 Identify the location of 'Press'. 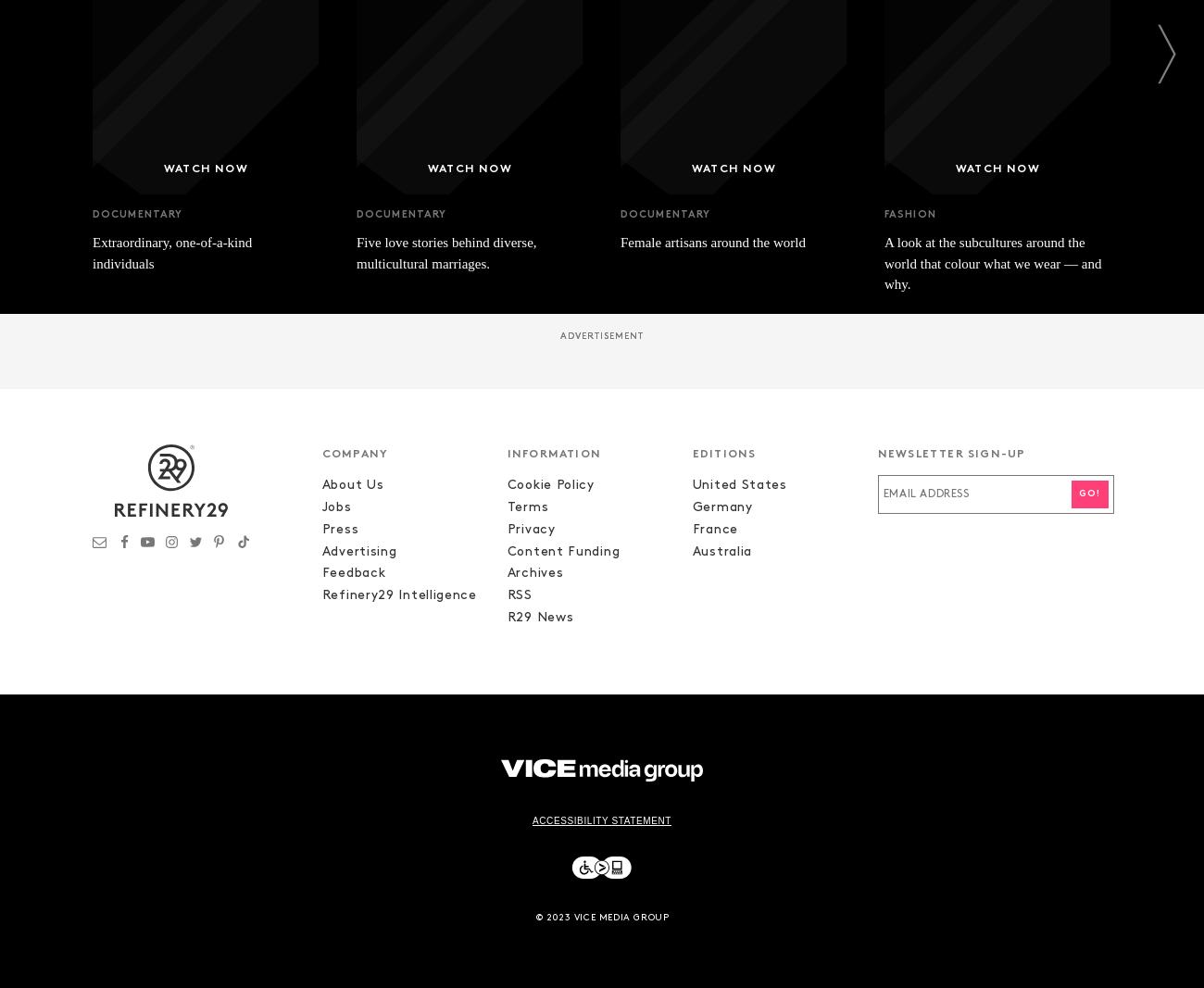
(338, 529).